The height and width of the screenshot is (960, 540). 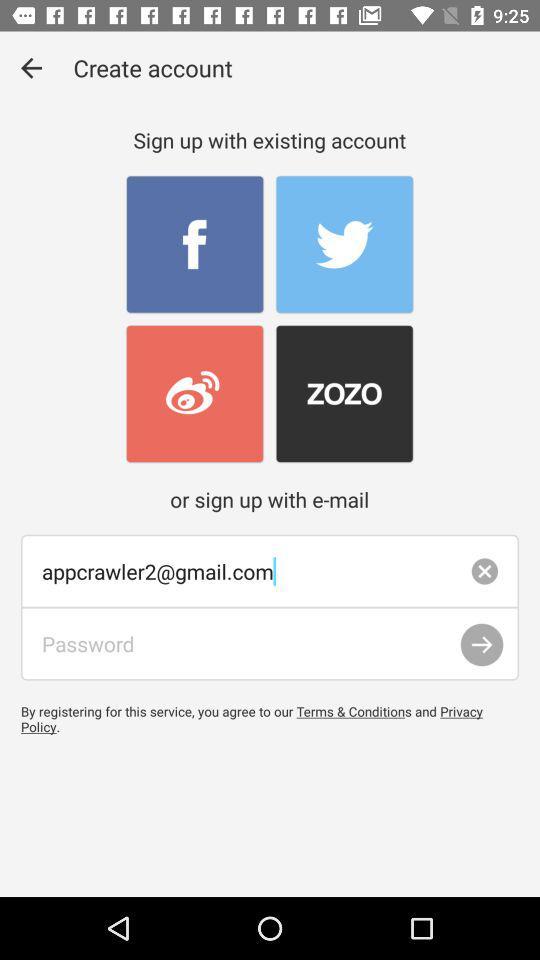 I want to click on the by registering for item, so click(x=270, y=719).